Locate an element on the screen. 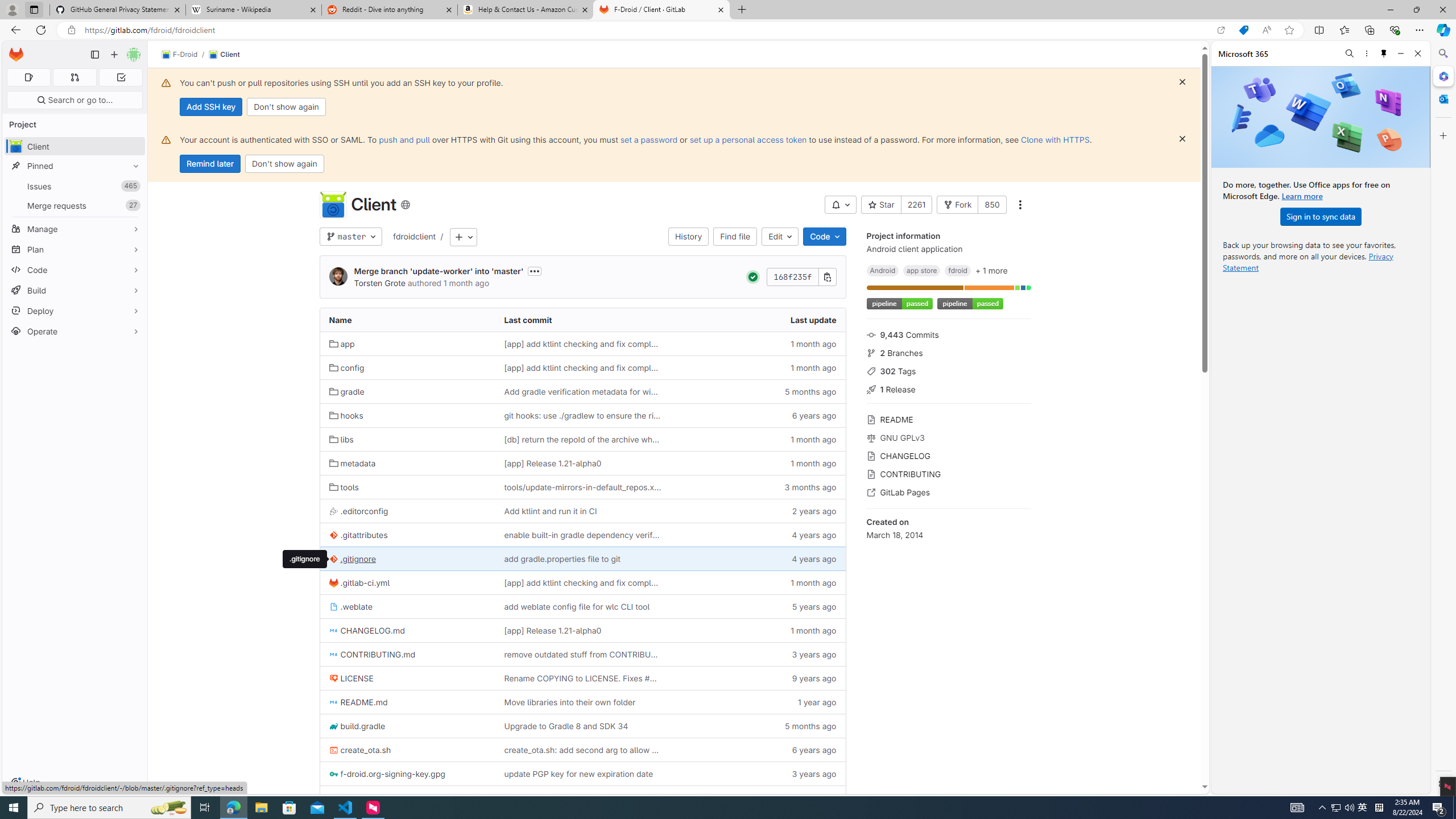  '5 years ago' is located at coordinates (758, 606).